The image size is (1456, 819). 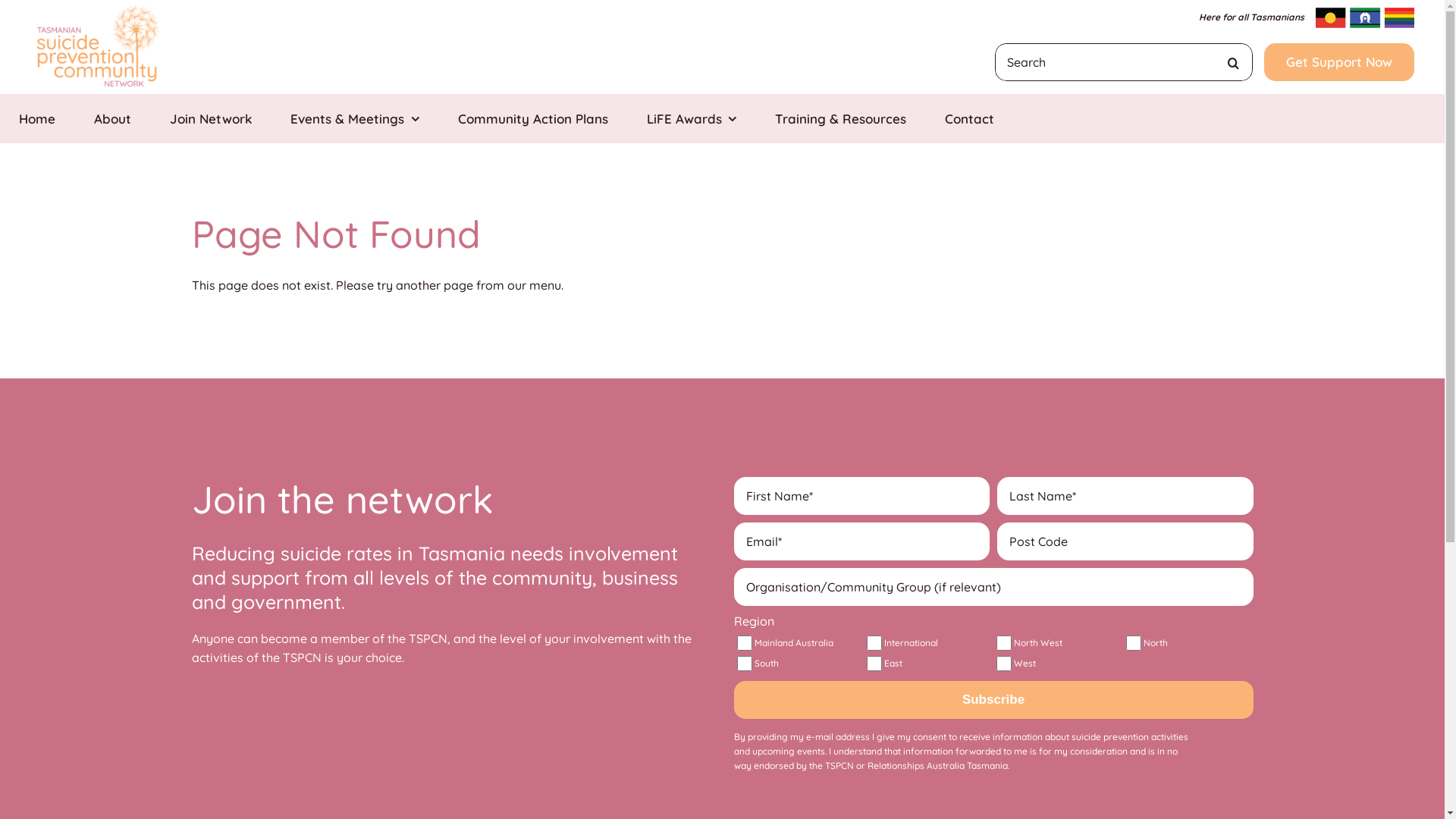 What do you see at coordinates (36, 118) in the screenshot?
I see `'Home'` at bounding box center [36, 118].